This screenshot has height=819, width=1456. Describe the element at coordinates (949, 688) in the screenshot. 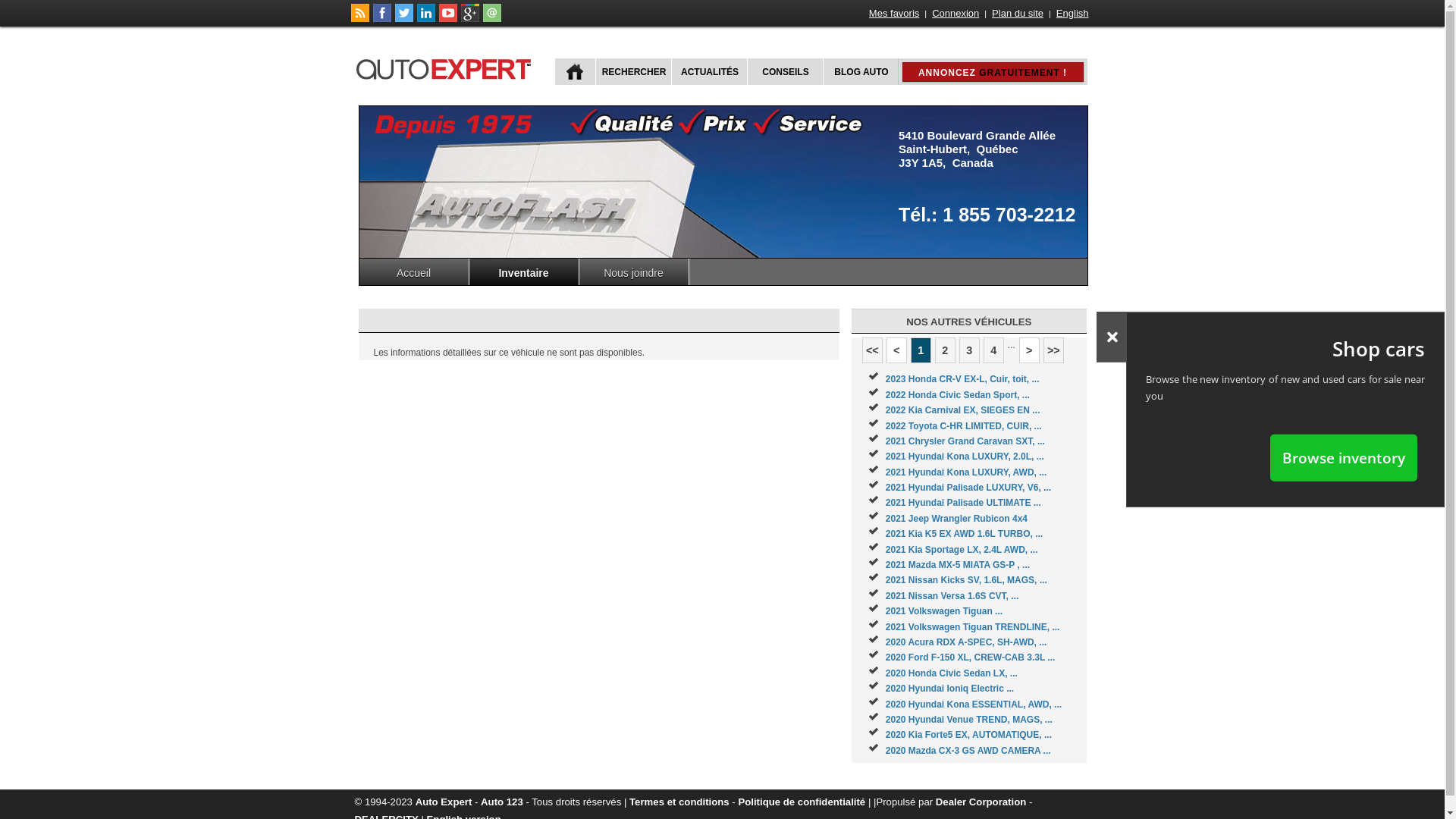

I see `'2020 Hyundai Ioniq Electric ...'` at that location.